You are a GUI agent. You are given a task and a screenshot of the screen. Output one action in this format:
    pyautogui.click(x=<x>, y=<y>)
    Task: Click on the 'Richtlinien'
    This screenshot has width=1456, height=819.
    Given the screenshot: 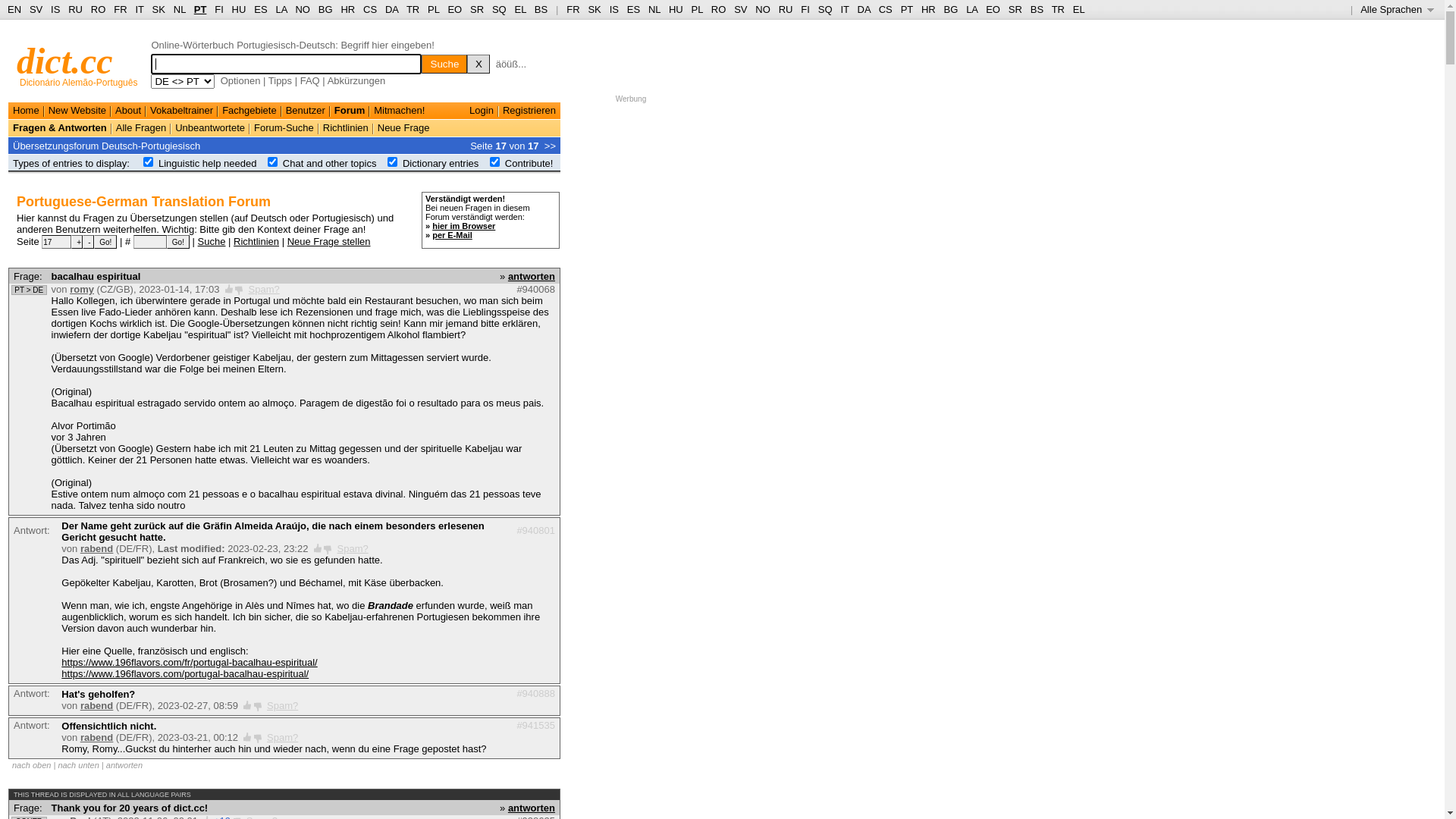 What is the action you would take?
    pyautogui.click(x=256, y=240)
    